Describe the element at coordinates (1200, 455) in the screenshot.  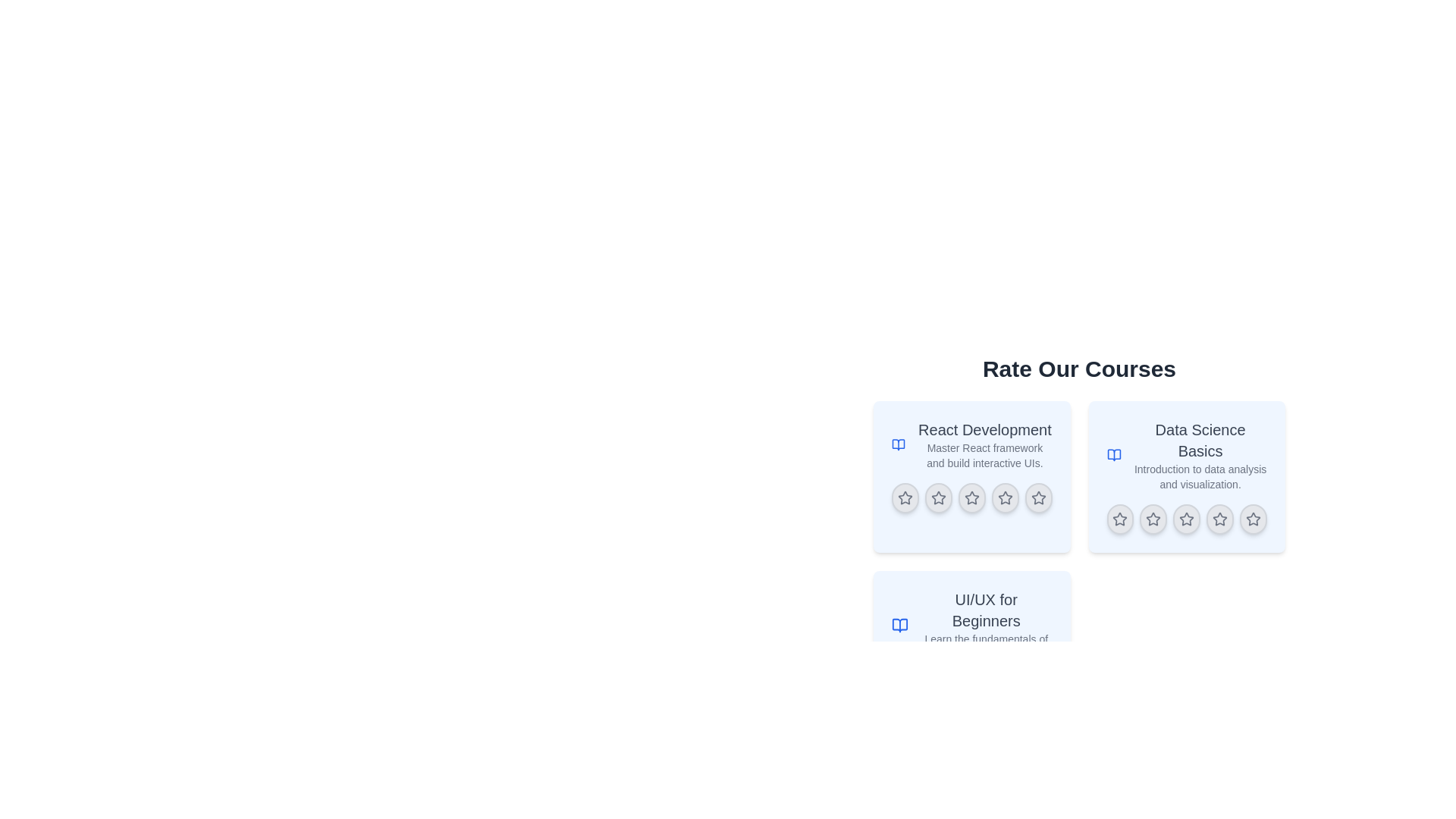
I see `the text content element that serves as a descriptive title and subtitle for a data science basics and data visualization course, located in the second card of the 'Rate Our Courses' section` at that location.